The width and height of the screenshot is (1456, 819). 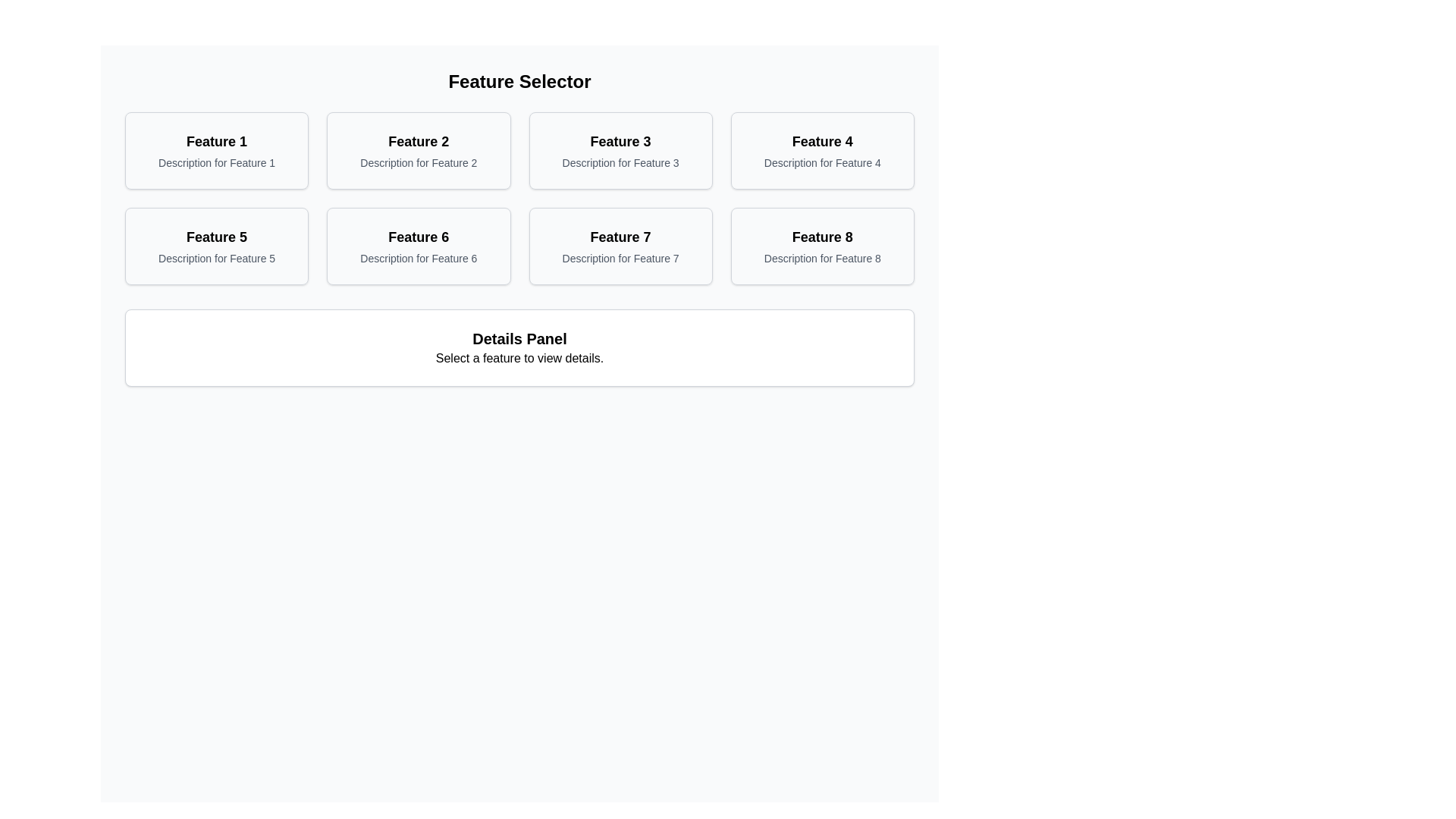 I want to click on the text header element labeled 'Feature Selector', which is prominently displayed at the top of the interface in a large, bold font, so click(x=519, y=82).